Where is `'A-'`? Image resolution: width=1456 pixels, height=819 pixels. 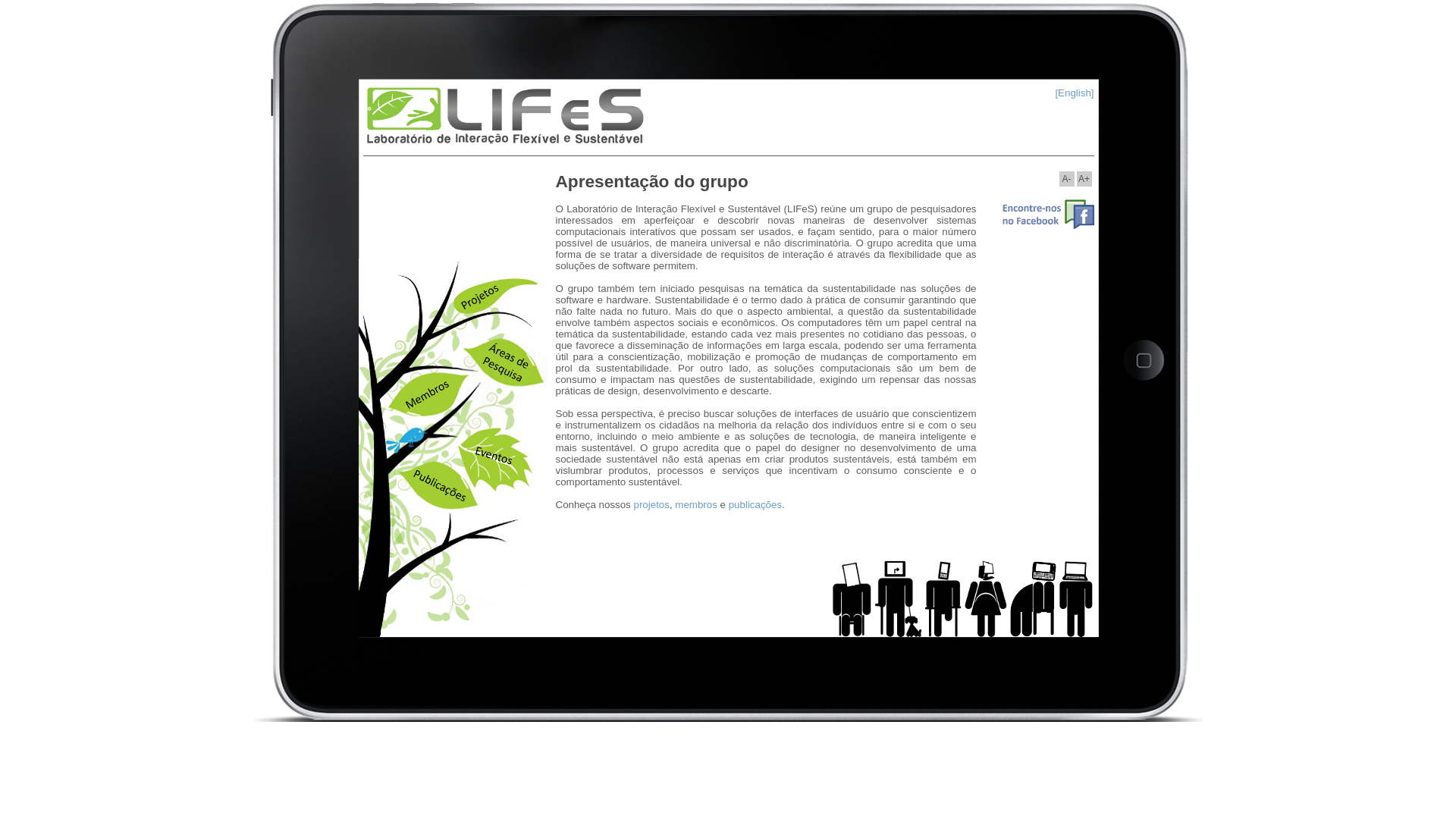
'A-' is located at coordinates (1065, 177).